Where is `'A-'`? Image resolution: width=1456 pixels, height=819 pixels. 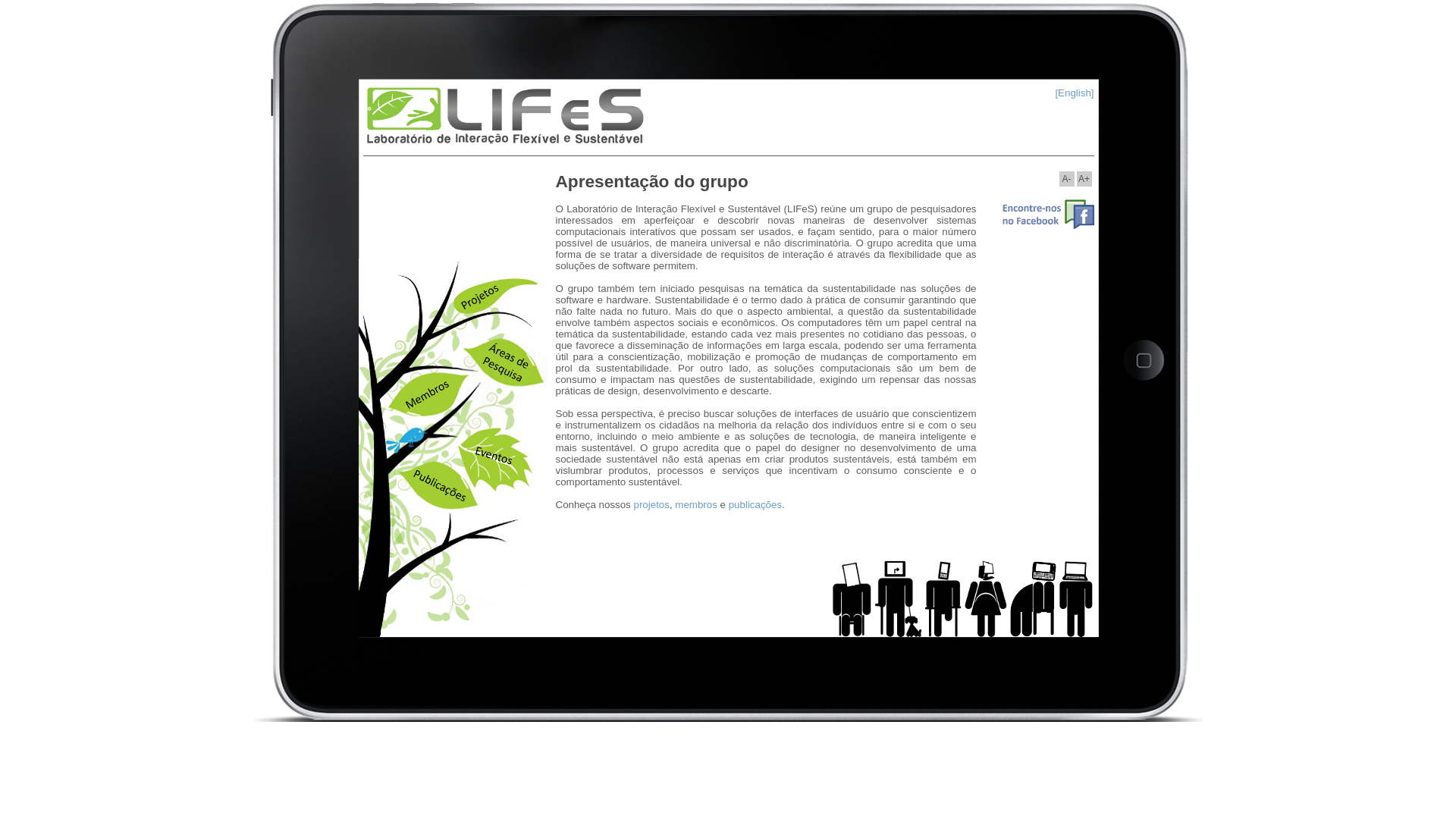
'A-' is located at coordinates (1065, 177).